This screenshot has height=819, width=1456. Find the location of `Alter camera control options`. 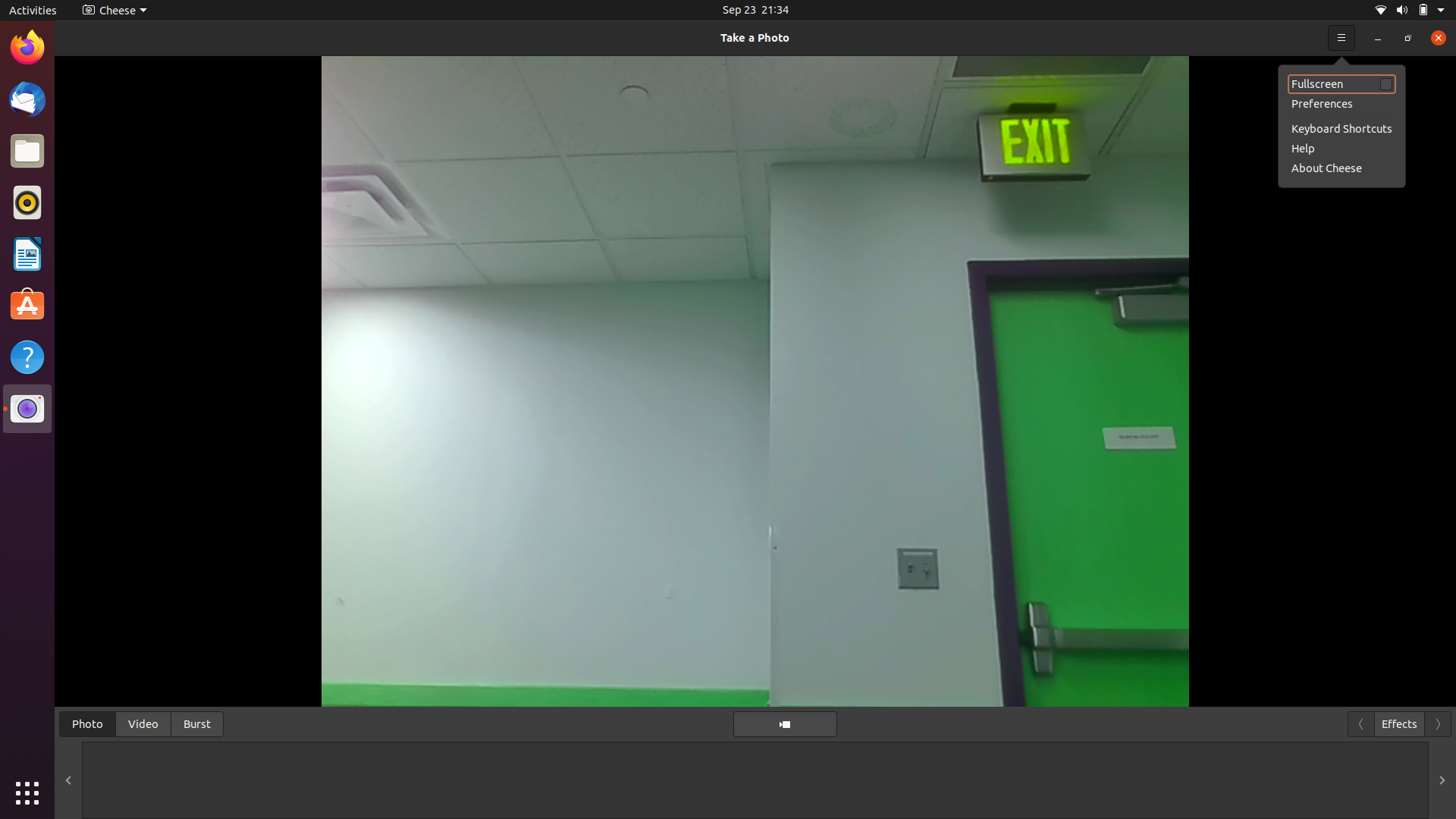

Alter camera control options is located at coordinates (111, 9).